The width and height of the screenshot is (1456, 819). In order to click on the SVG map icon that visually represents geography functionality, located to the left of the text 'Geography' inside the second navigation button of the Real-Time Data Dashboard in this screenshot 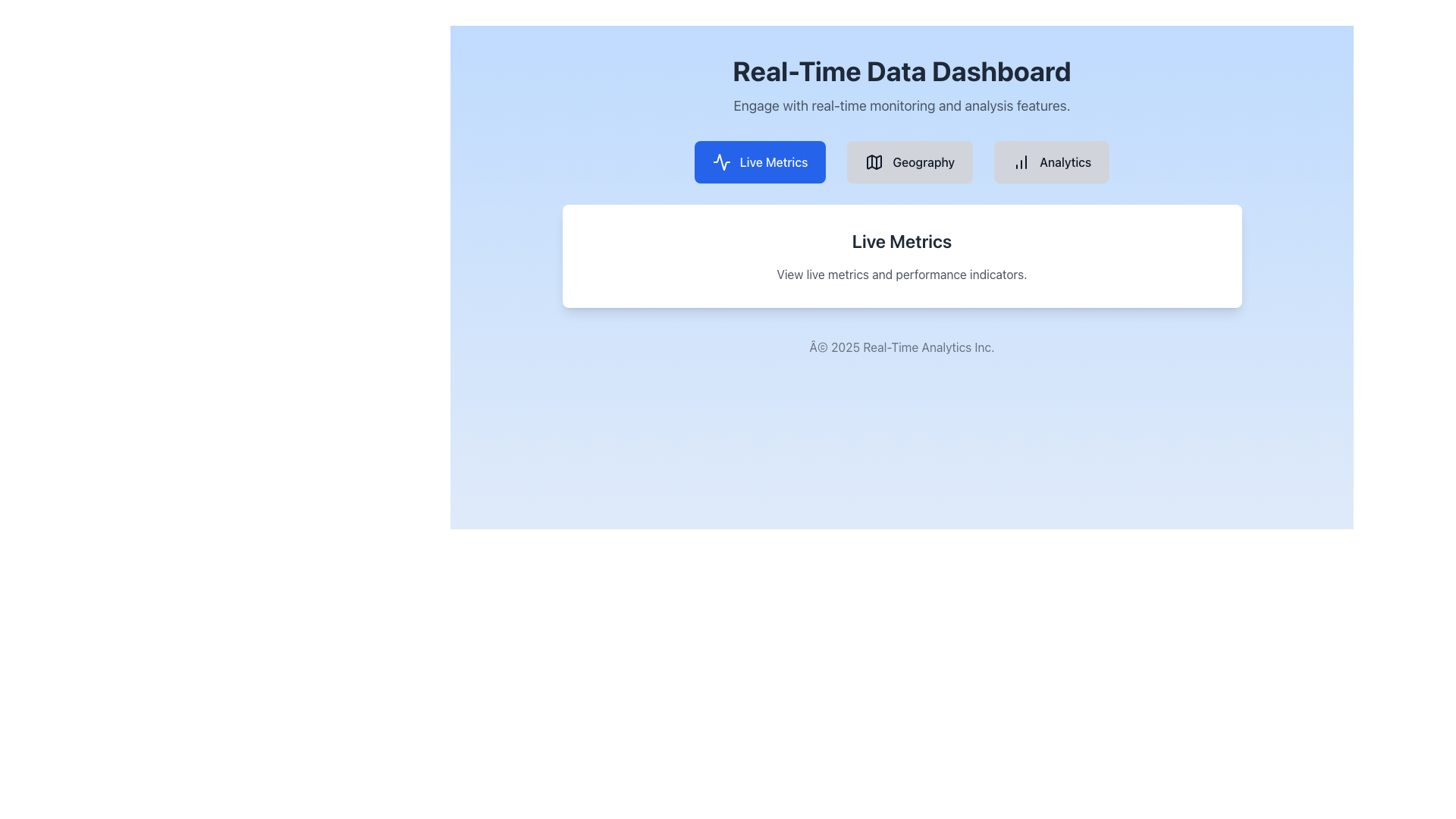, I will do `click(874, 162)`.